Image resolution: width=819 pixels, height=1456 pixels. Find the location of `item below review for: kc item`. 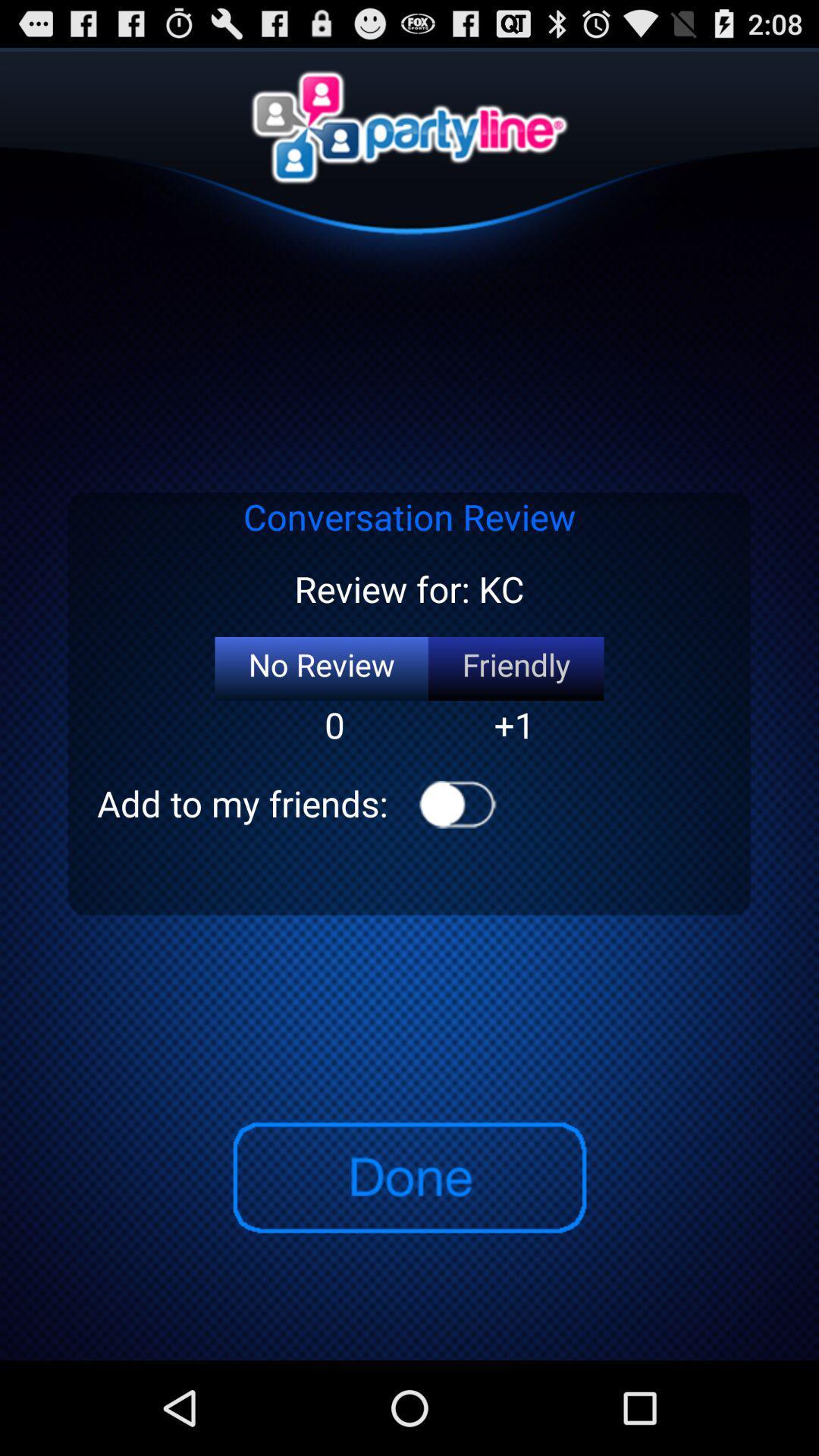

item below review for: kc item is located at coordinates (321, 668).